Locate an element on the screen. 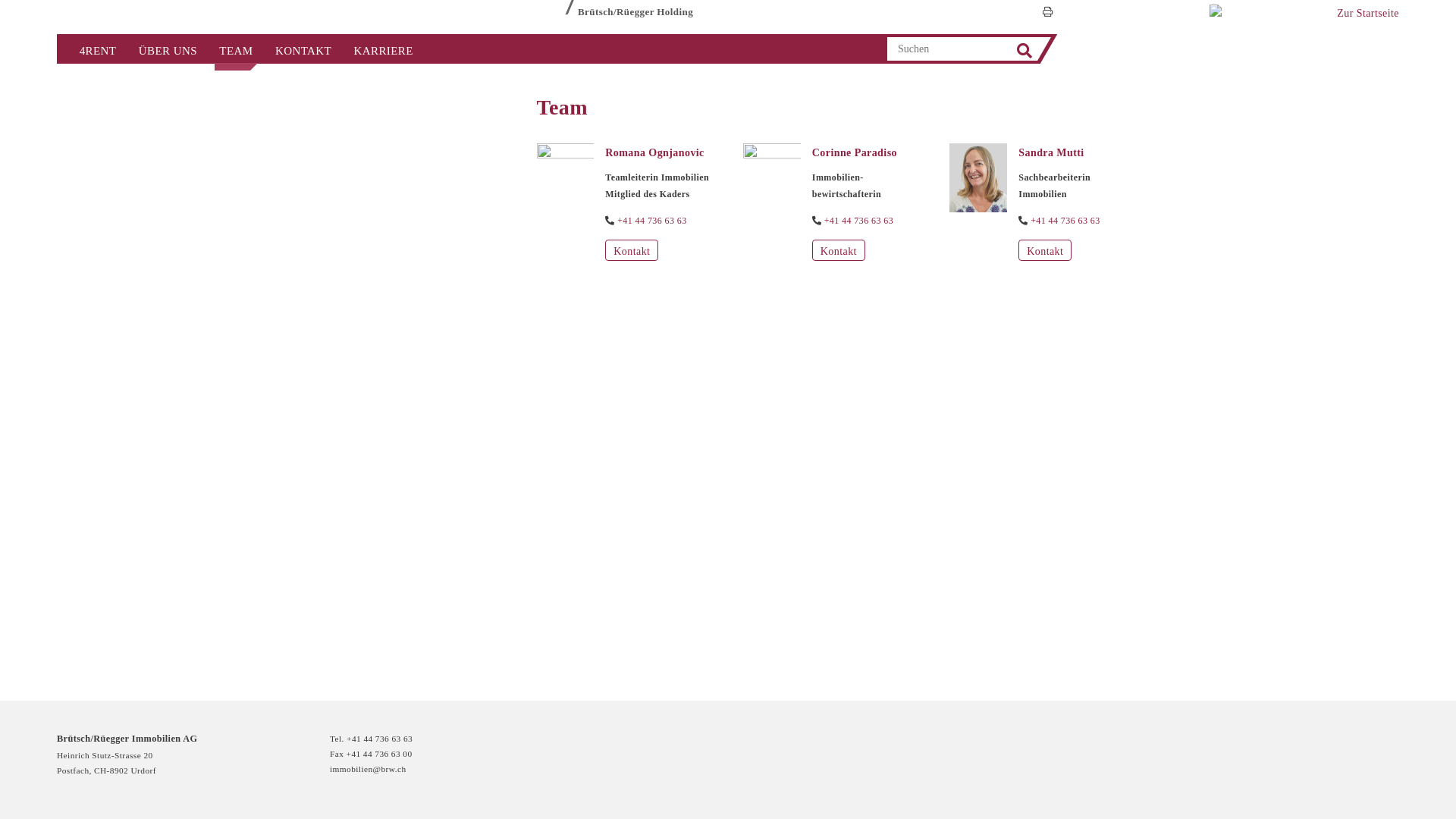  'KARRIERE' is located at coordinates (383, 49).